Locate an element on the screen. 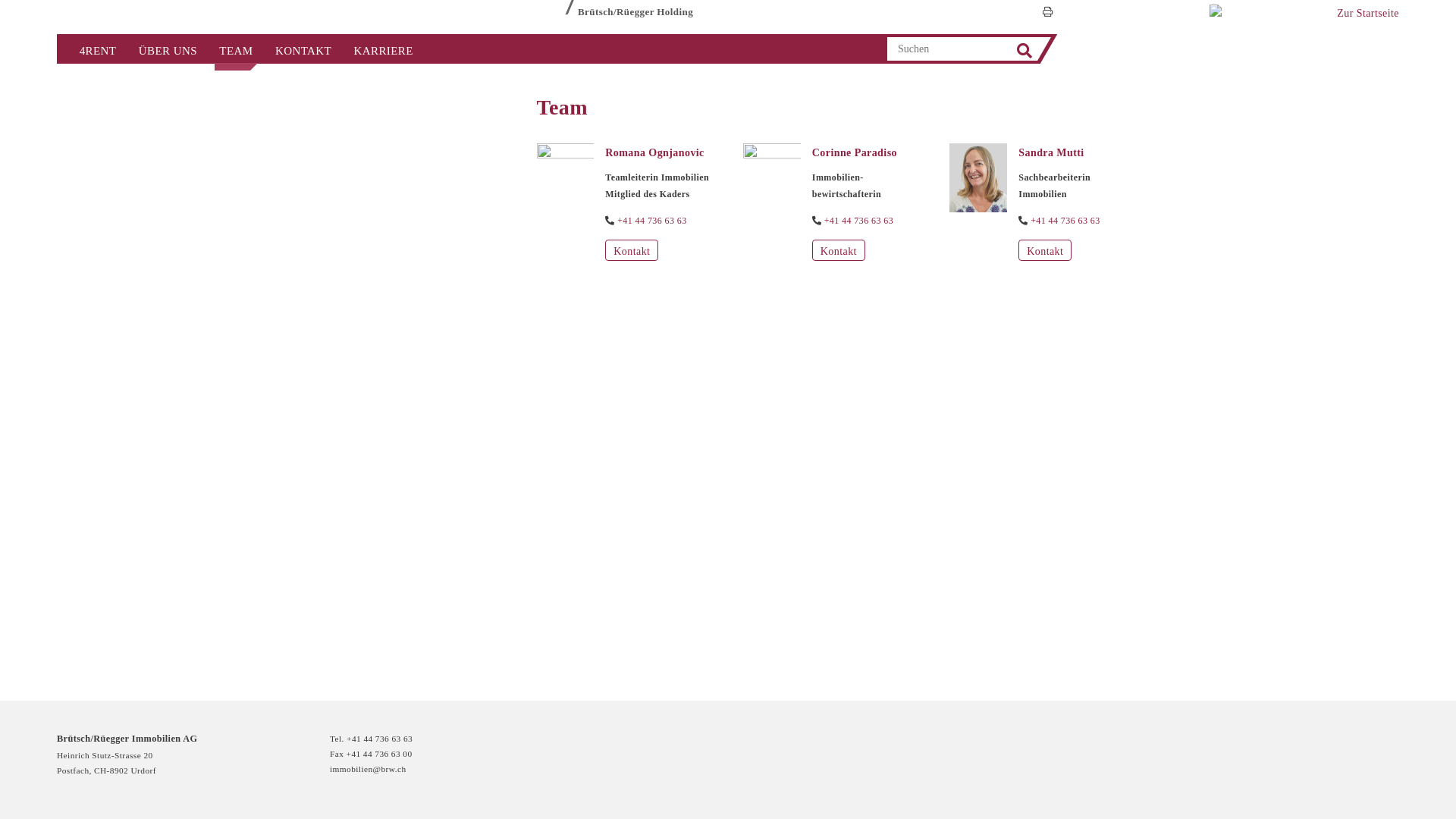  'KARRIERE' is located at coordinates (383, 49).